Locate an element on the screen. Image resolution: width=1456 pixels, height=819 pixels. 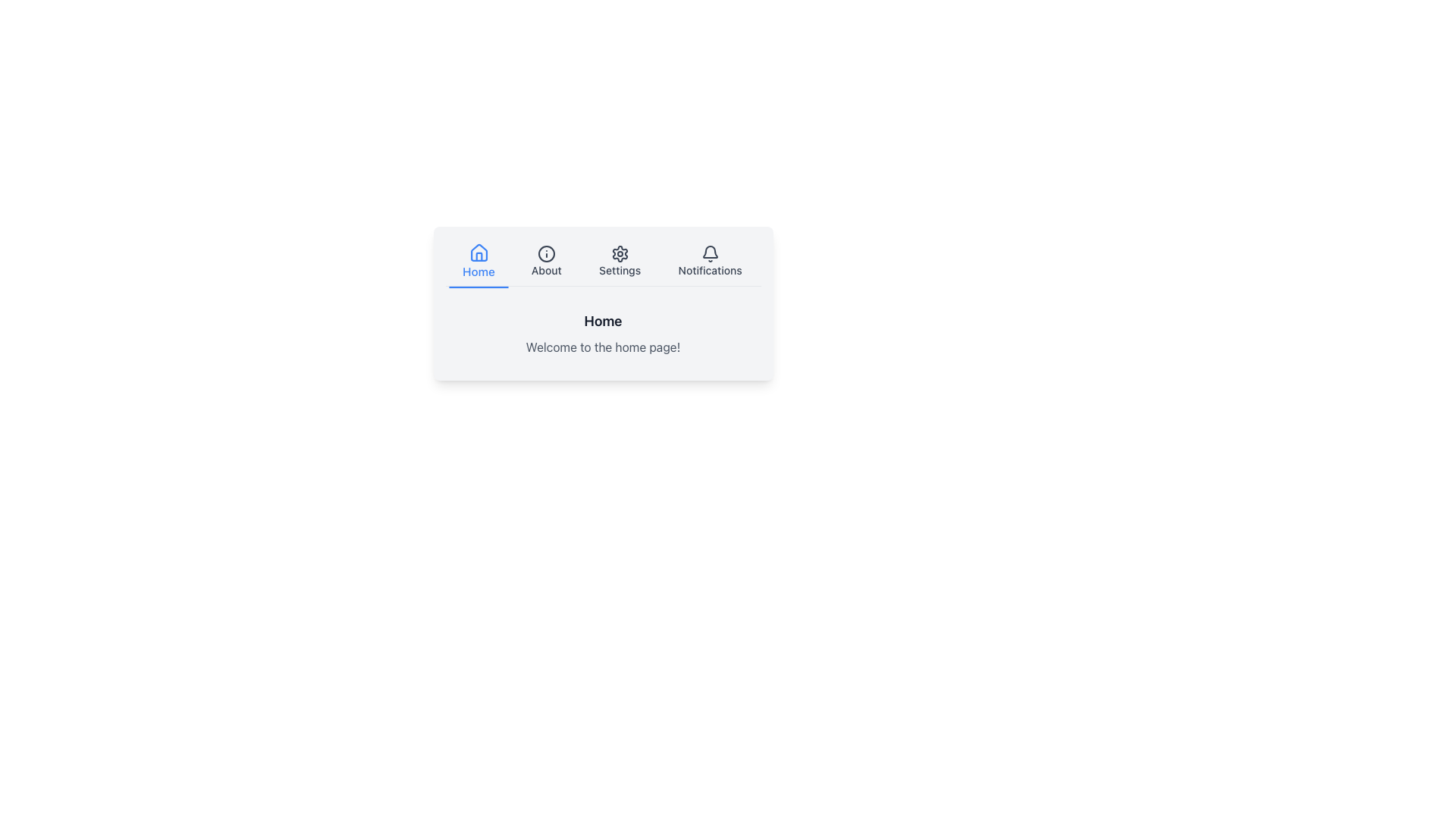
the settings icon, which is represented by a cogwheel shape and is located centrally among the four icons in the top section of the card interface is located at coordinates (620, 253).